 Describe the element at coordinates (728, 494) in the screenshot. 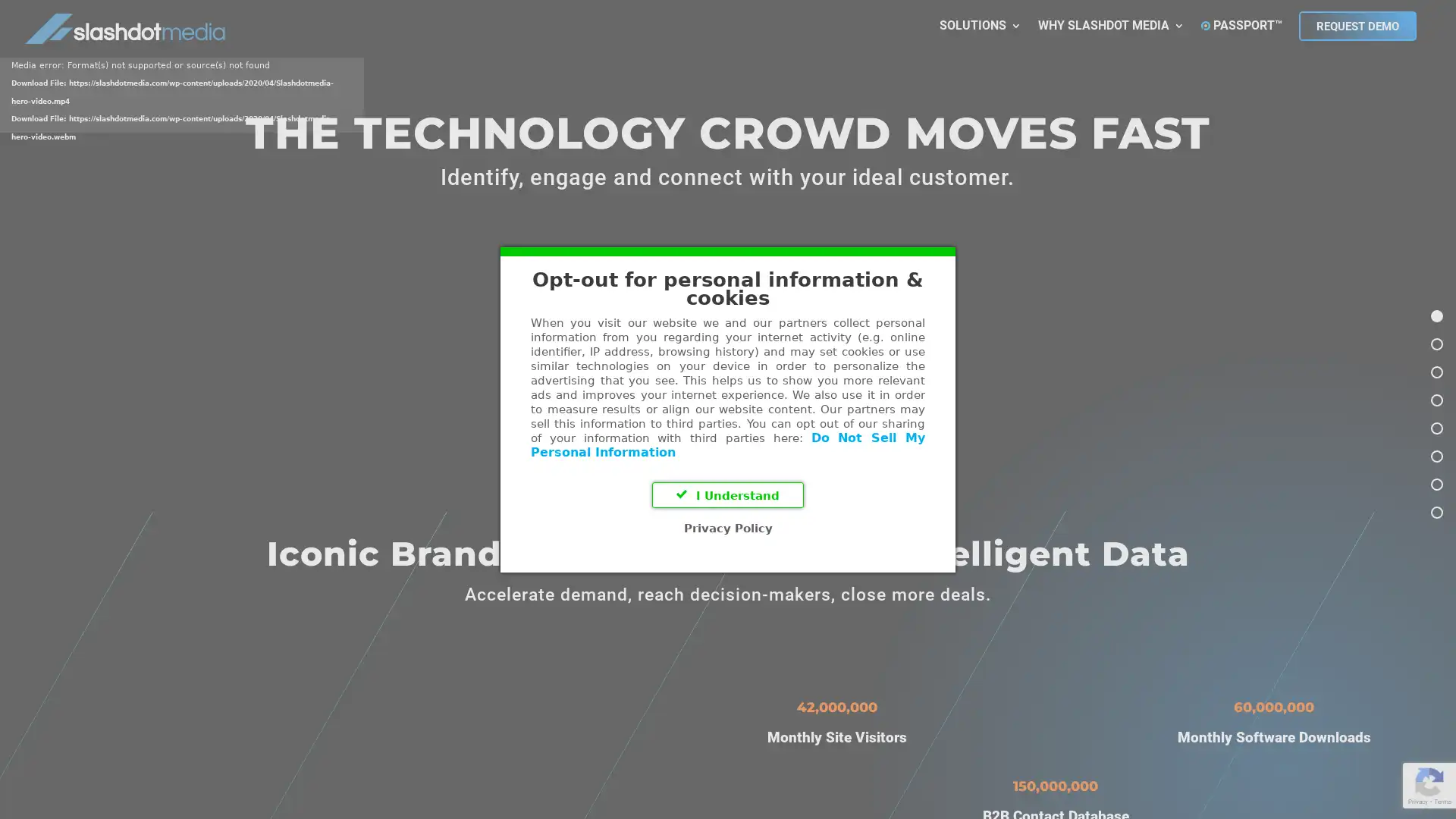

I see `I Understand` at that location.